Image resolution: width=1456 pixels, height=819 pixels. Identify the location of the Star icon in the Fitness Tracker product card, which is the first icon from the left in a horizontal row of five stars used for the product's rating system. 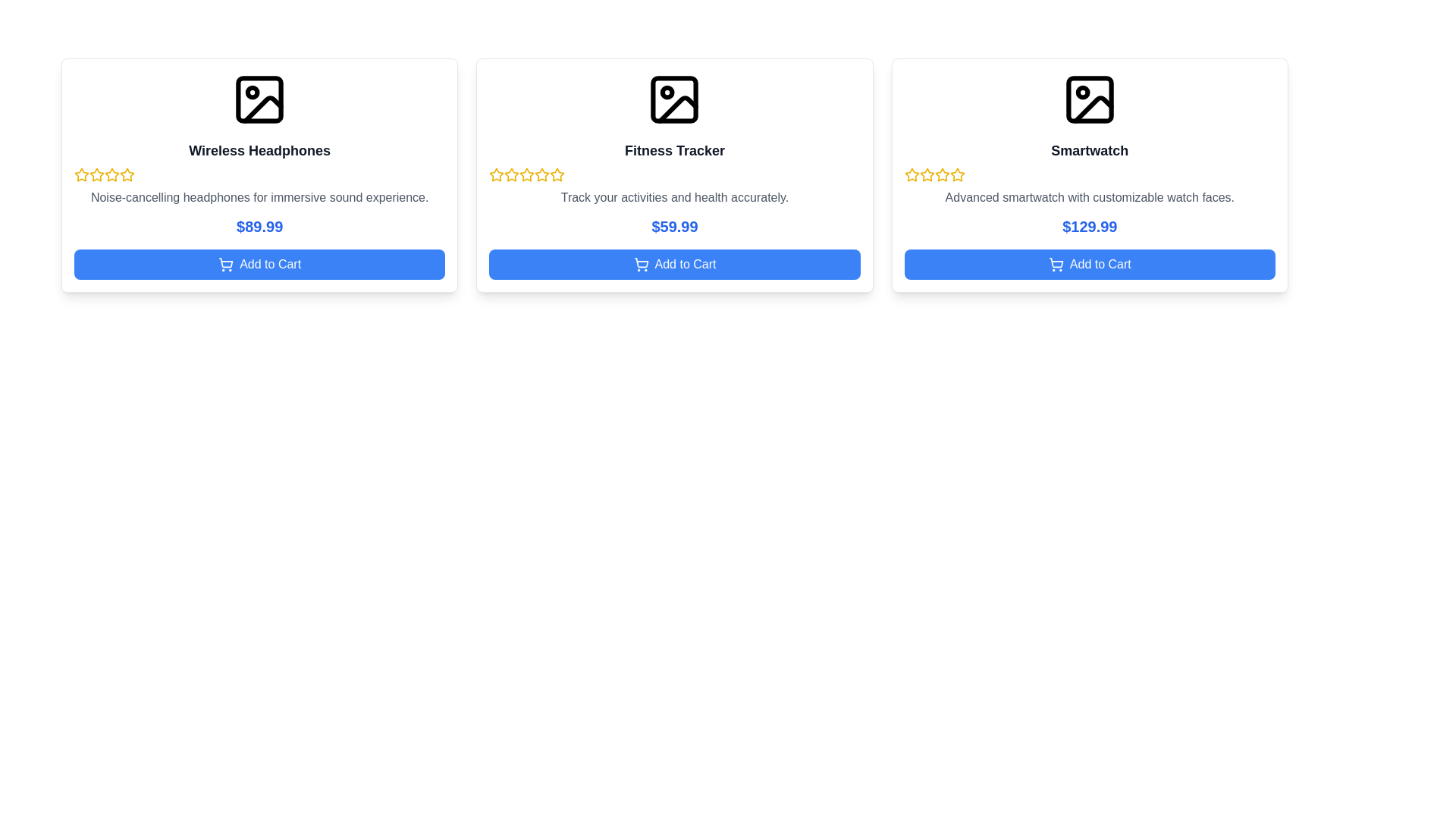
(497, 174).